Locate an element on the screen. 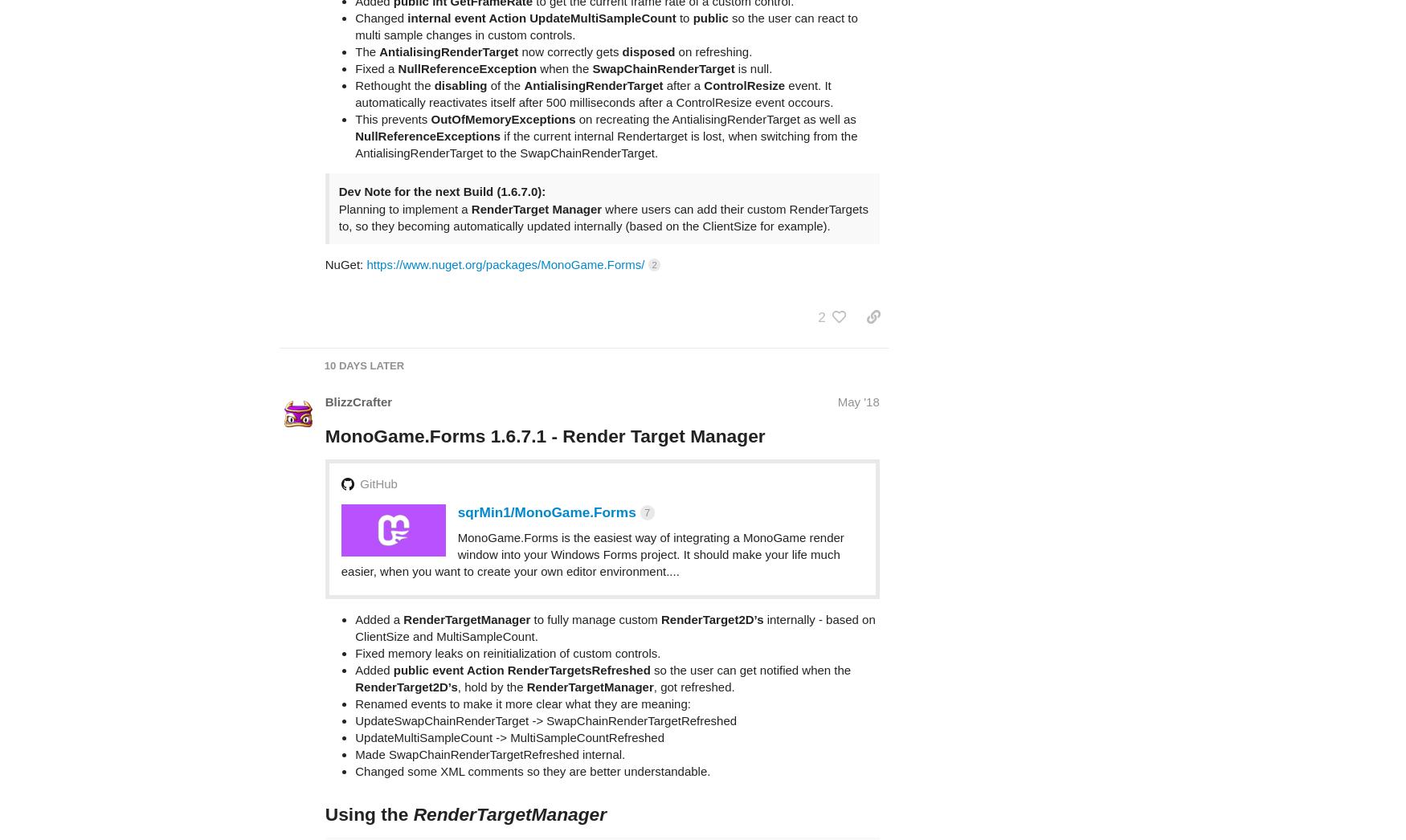  'Dev Note for the next Build (1.6.7.0):' is located at coordinates (337, 128).